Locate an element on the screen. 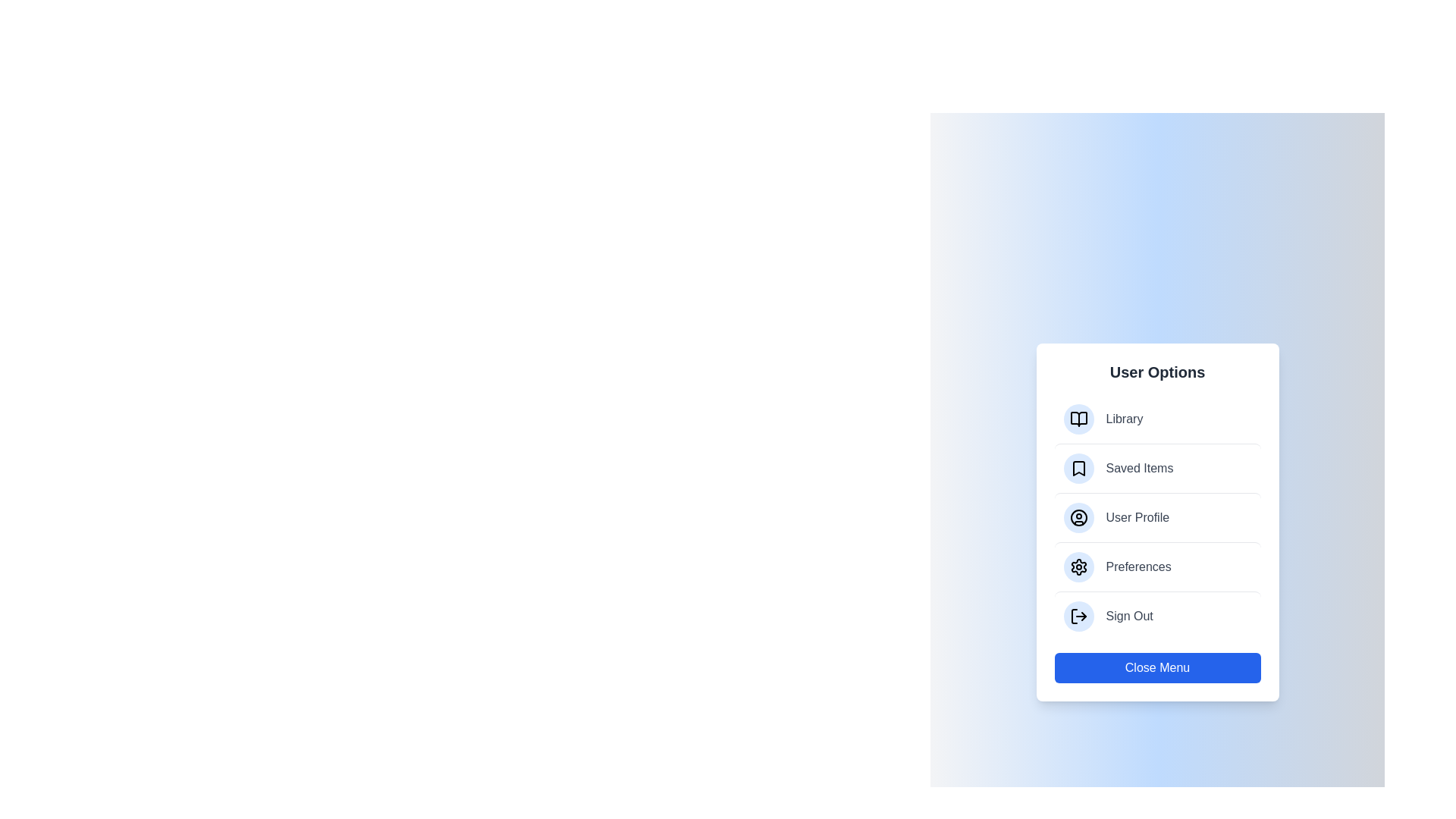 Image resolution: width=1456 pixels, height=819 pixels. the menu item labeled Preferences is located at coordinates (1156, 566).